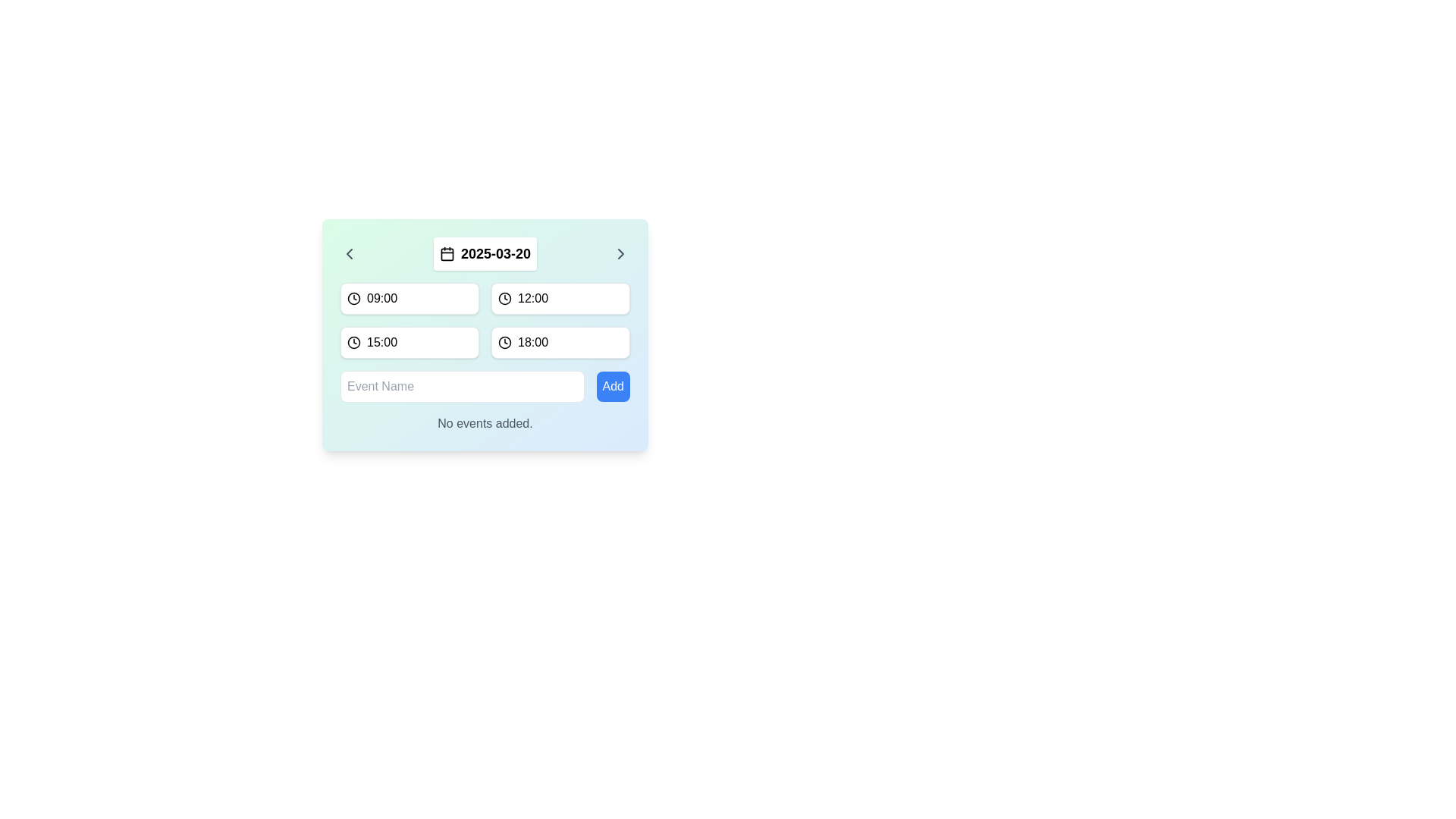 The image size is (1456, 819). I want to click on the right-facing chevron icon located at the far right of the header in the calendar interface, so click(621, 253).